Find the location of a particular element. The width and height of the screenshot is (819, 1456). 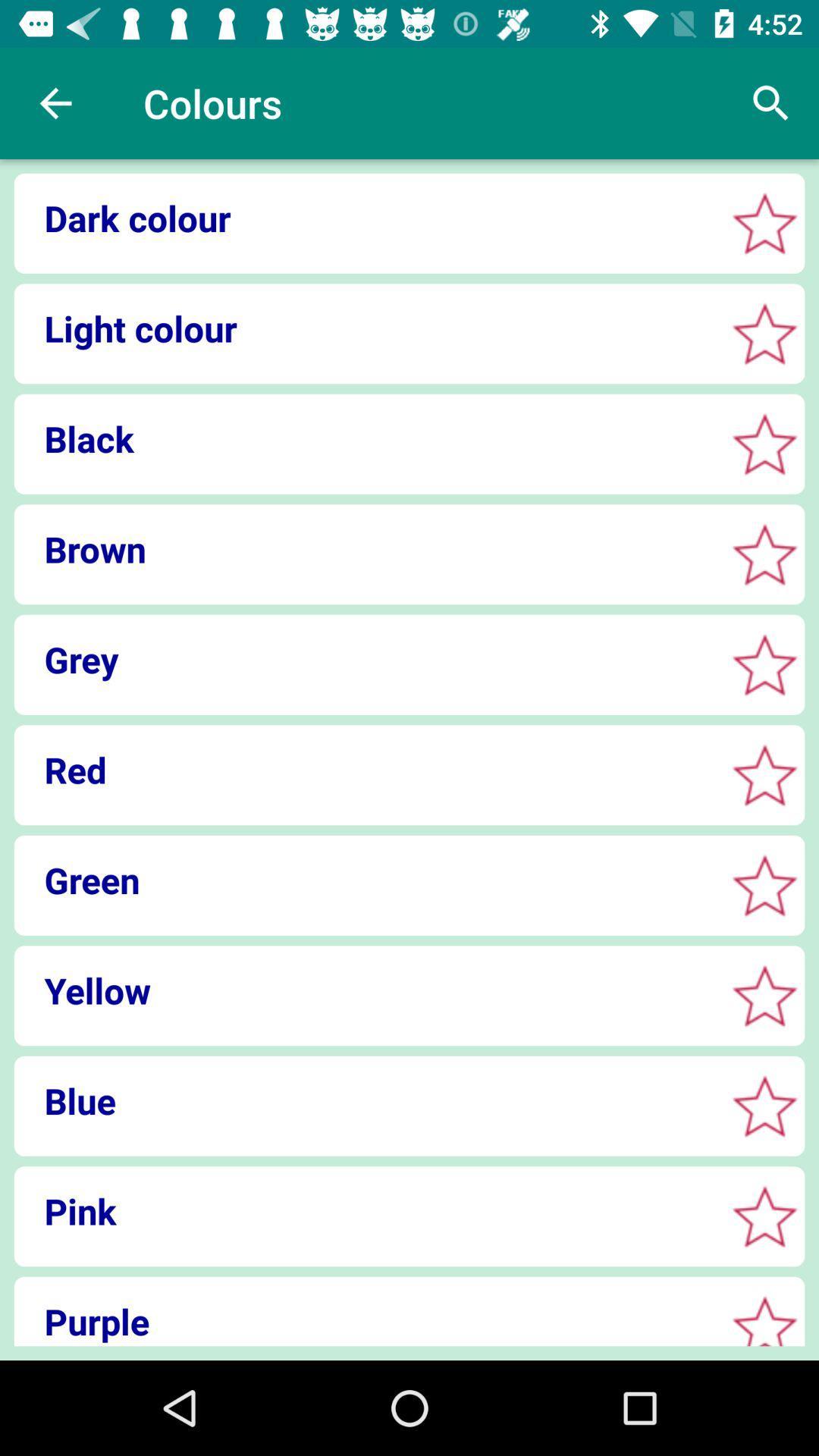

brown is located at coordinates (764, 554).